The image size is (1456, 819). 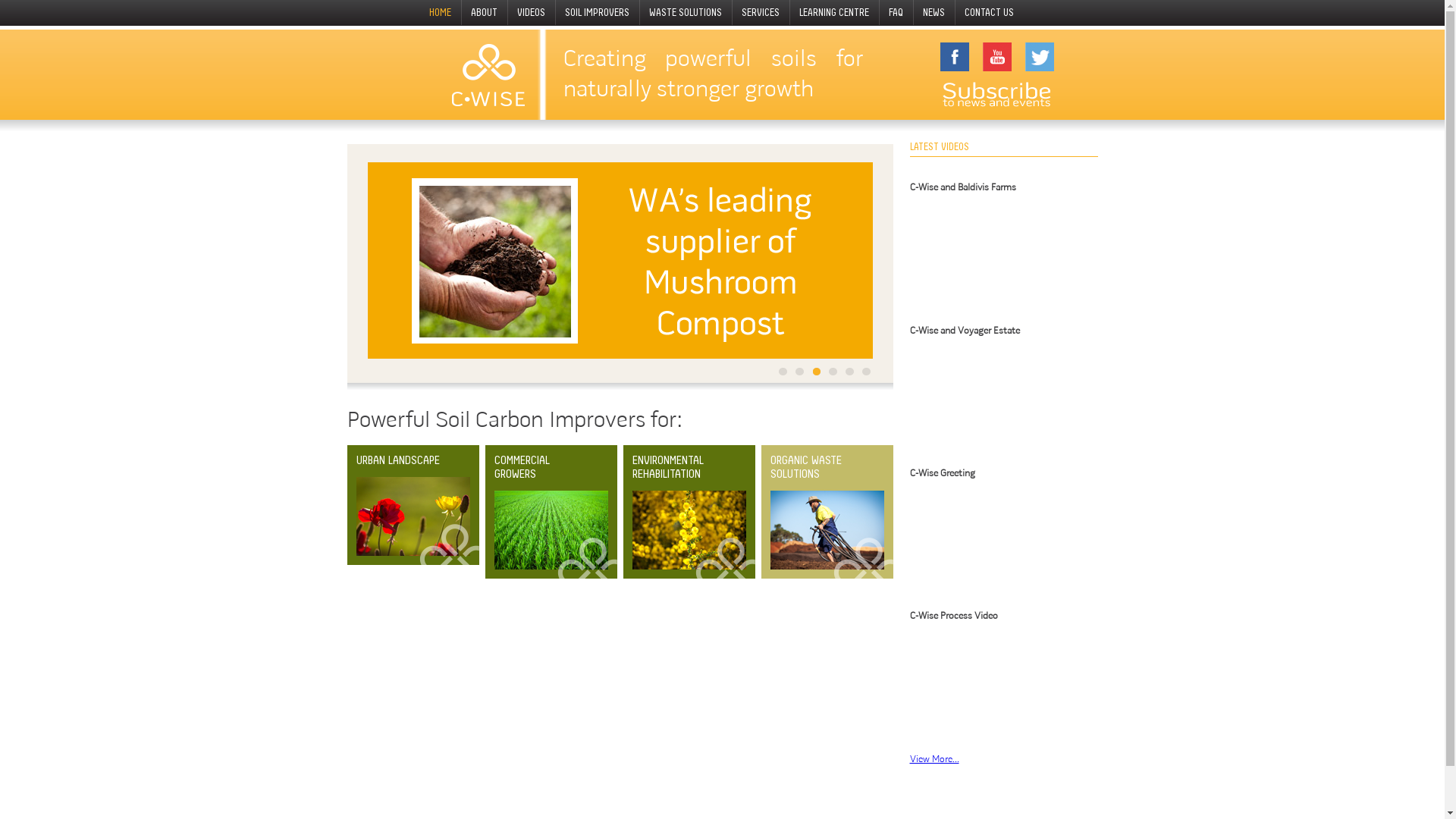 I want to click on 'SOIL IMPROVERS', so click(x=597, y=12).